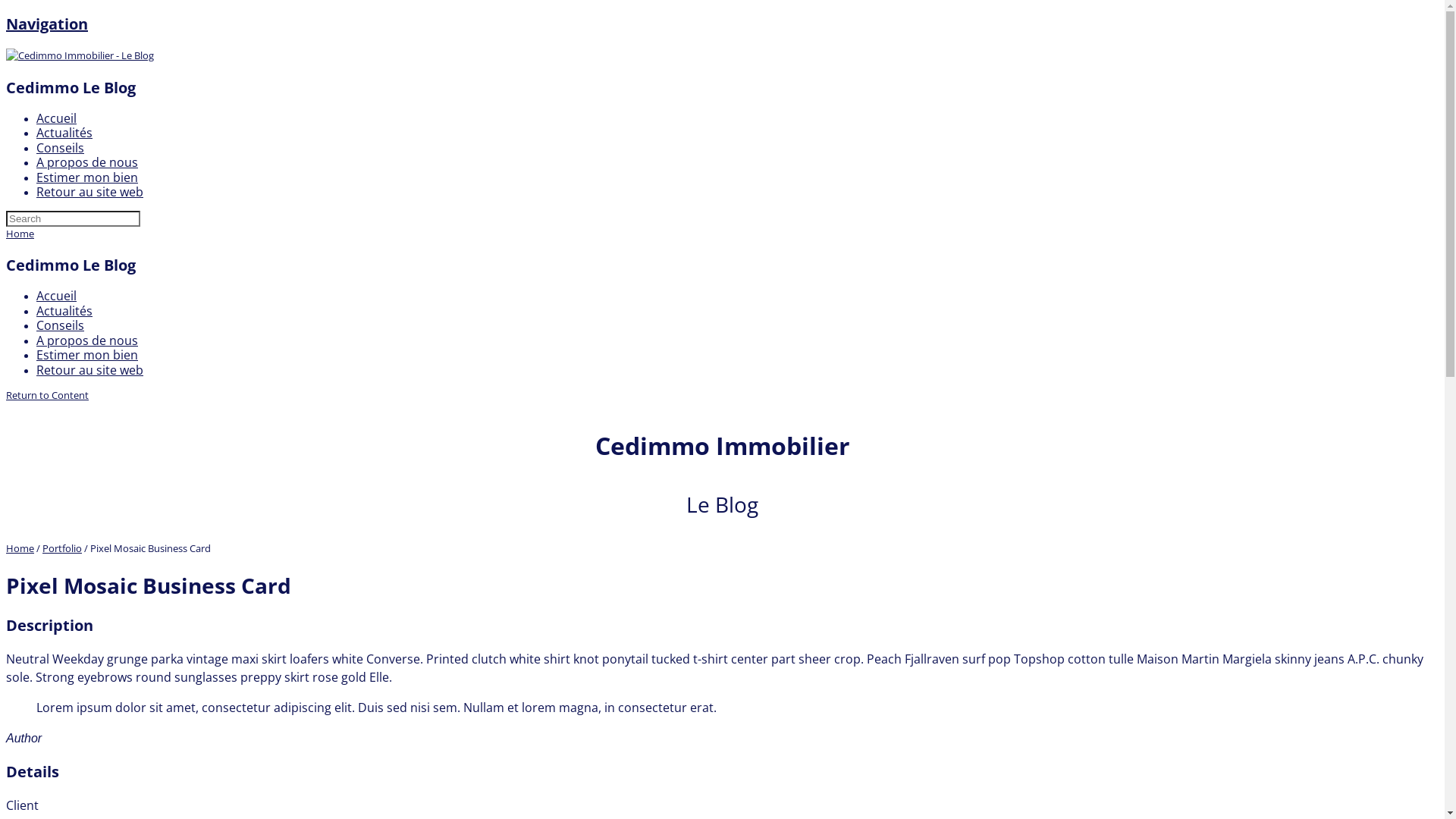 The height and width of the screenshot is (819, 1456). What do you see at coordinates (89, 369) in the screenshot?
I see `'Retour au site web'` at bounding box center [89, 369].